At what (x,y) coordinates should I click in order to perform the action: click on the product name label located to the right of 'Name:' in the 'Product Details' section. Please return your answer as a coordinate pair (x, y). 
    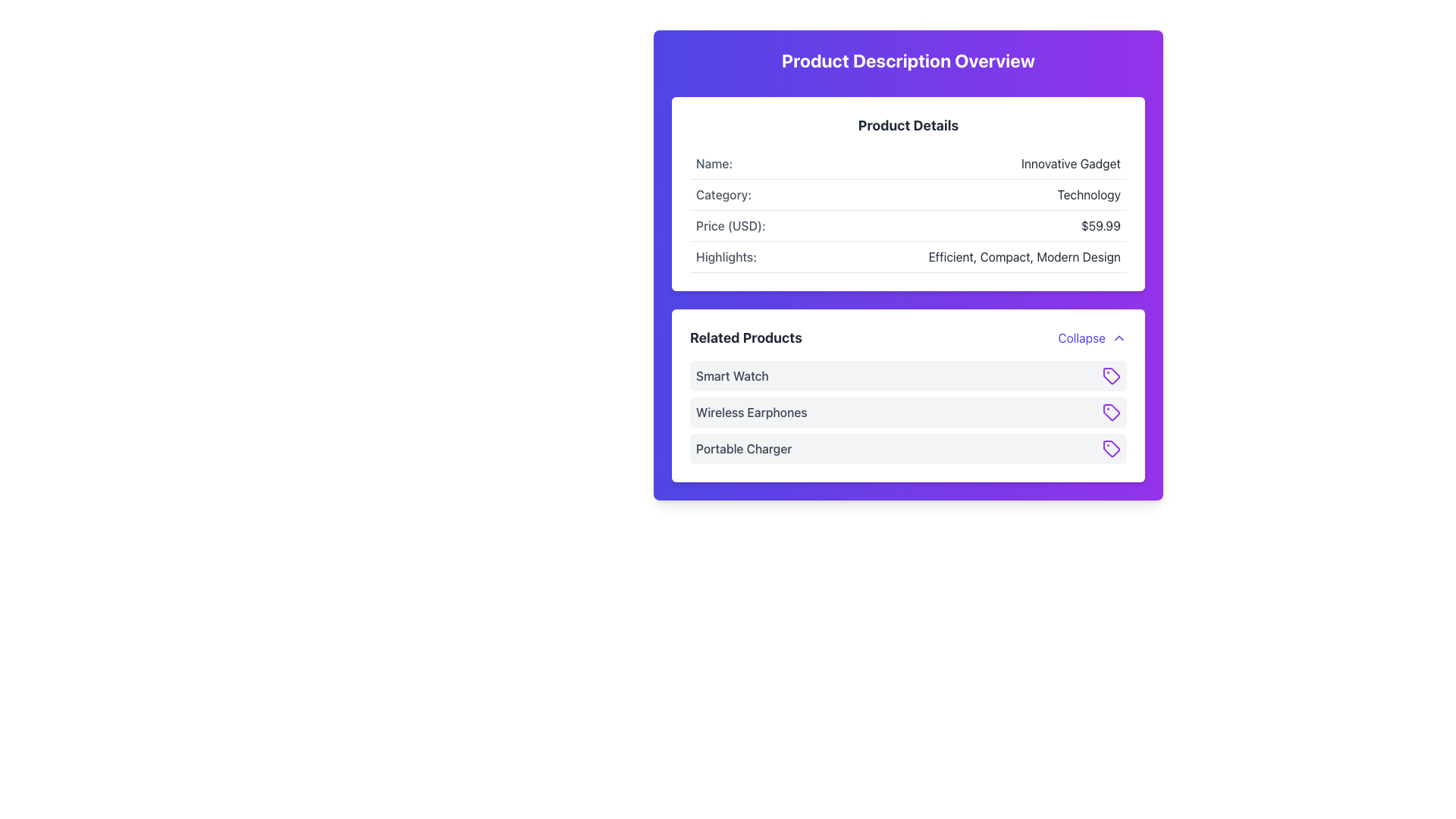
    Looking at the image, I should click on (1070, 164).